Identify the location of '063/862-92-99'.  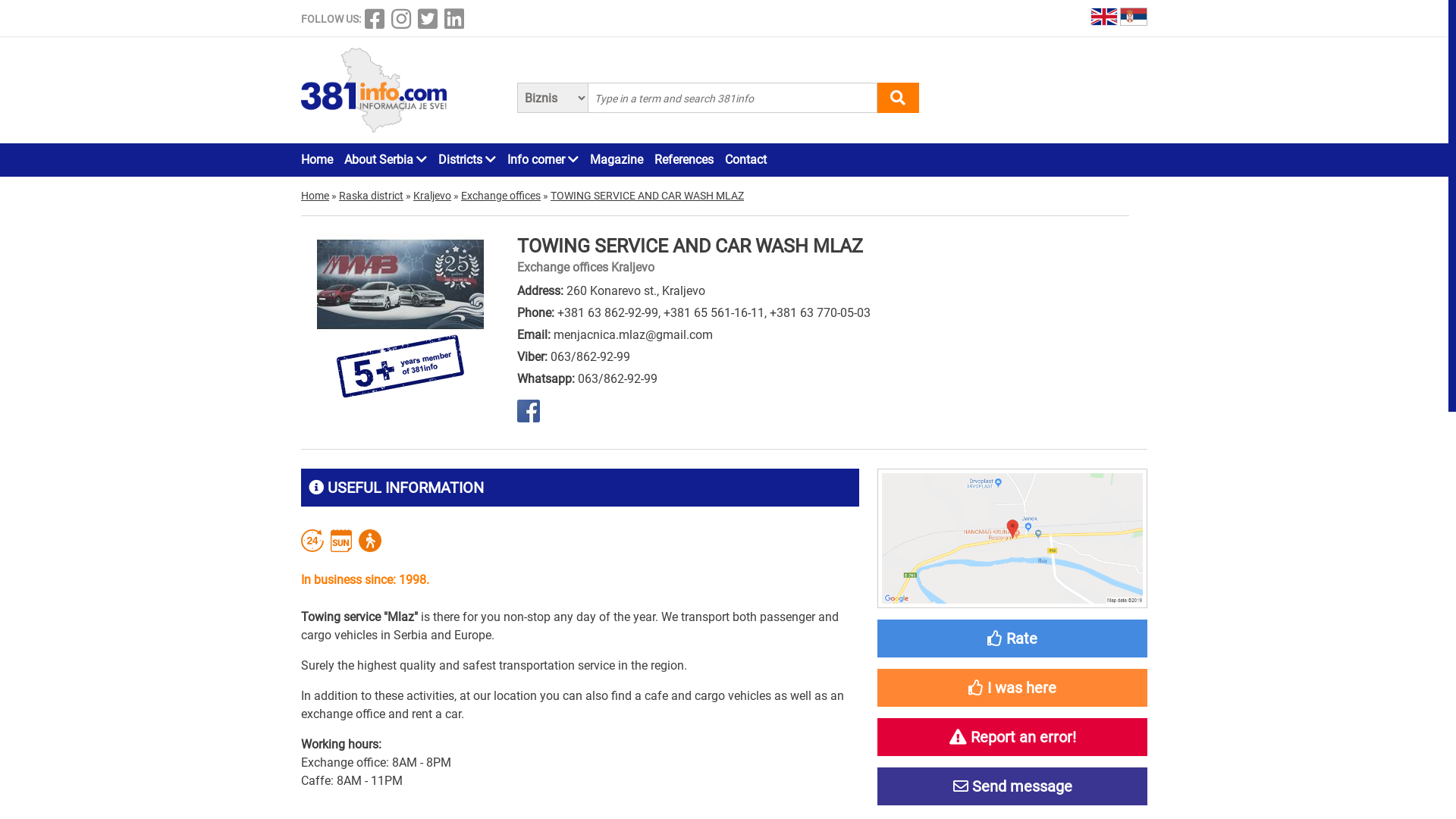
(617, 378).